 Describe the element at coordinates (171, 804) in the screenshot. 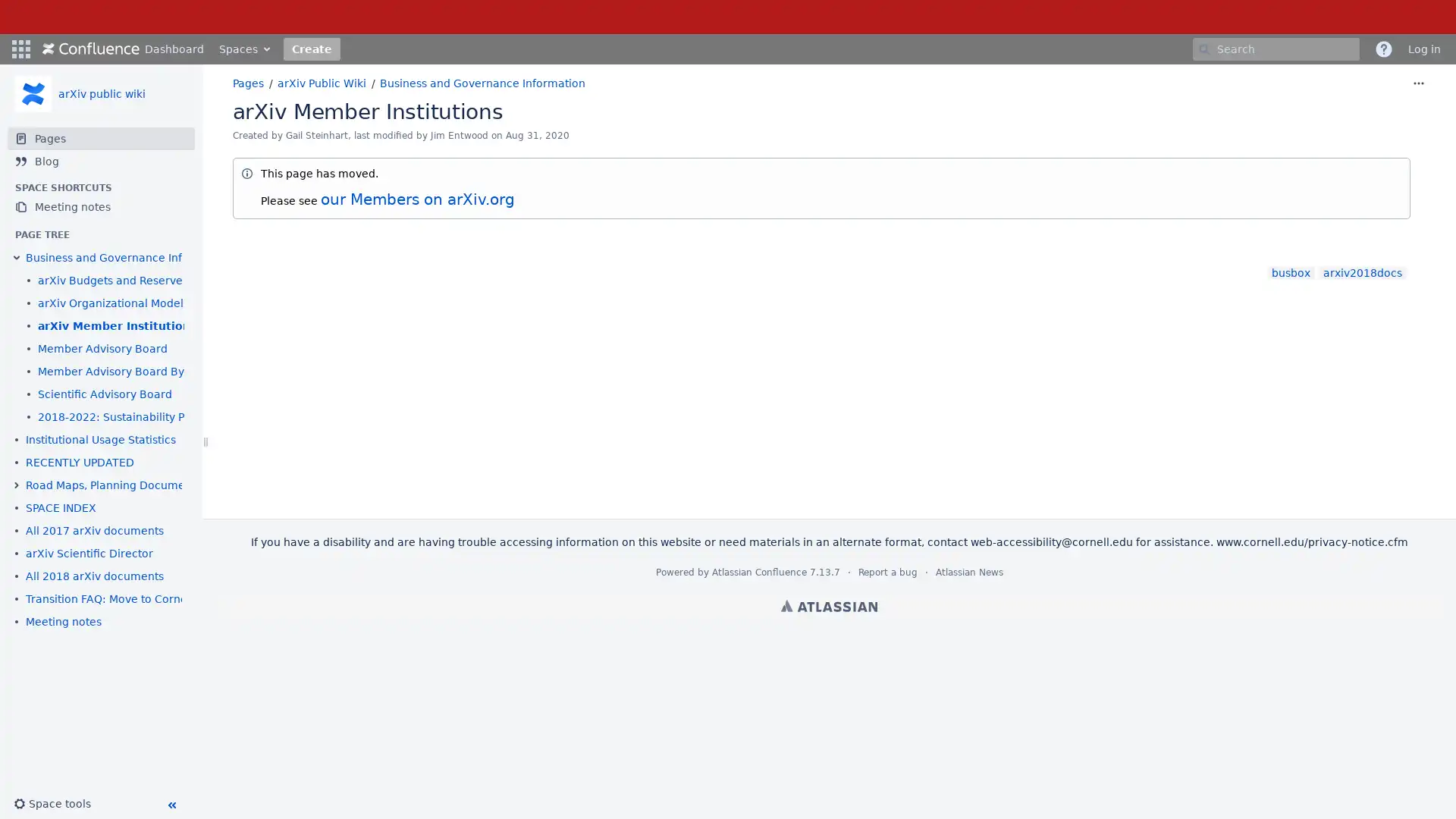

I see `Collapse sidebar ( [ )` at that location.